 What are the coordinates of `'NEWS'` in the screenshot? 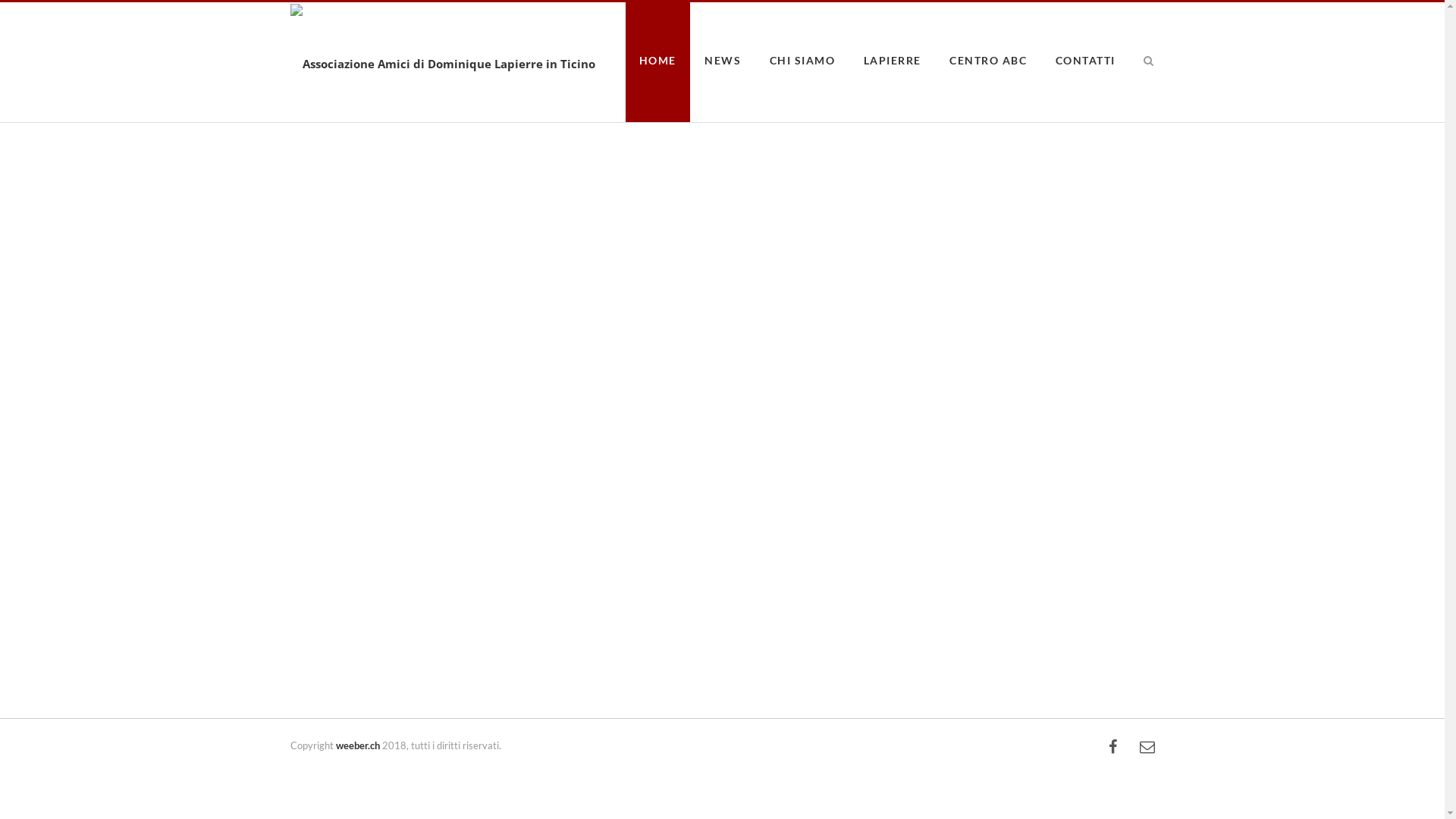 It's located at (722, 60).